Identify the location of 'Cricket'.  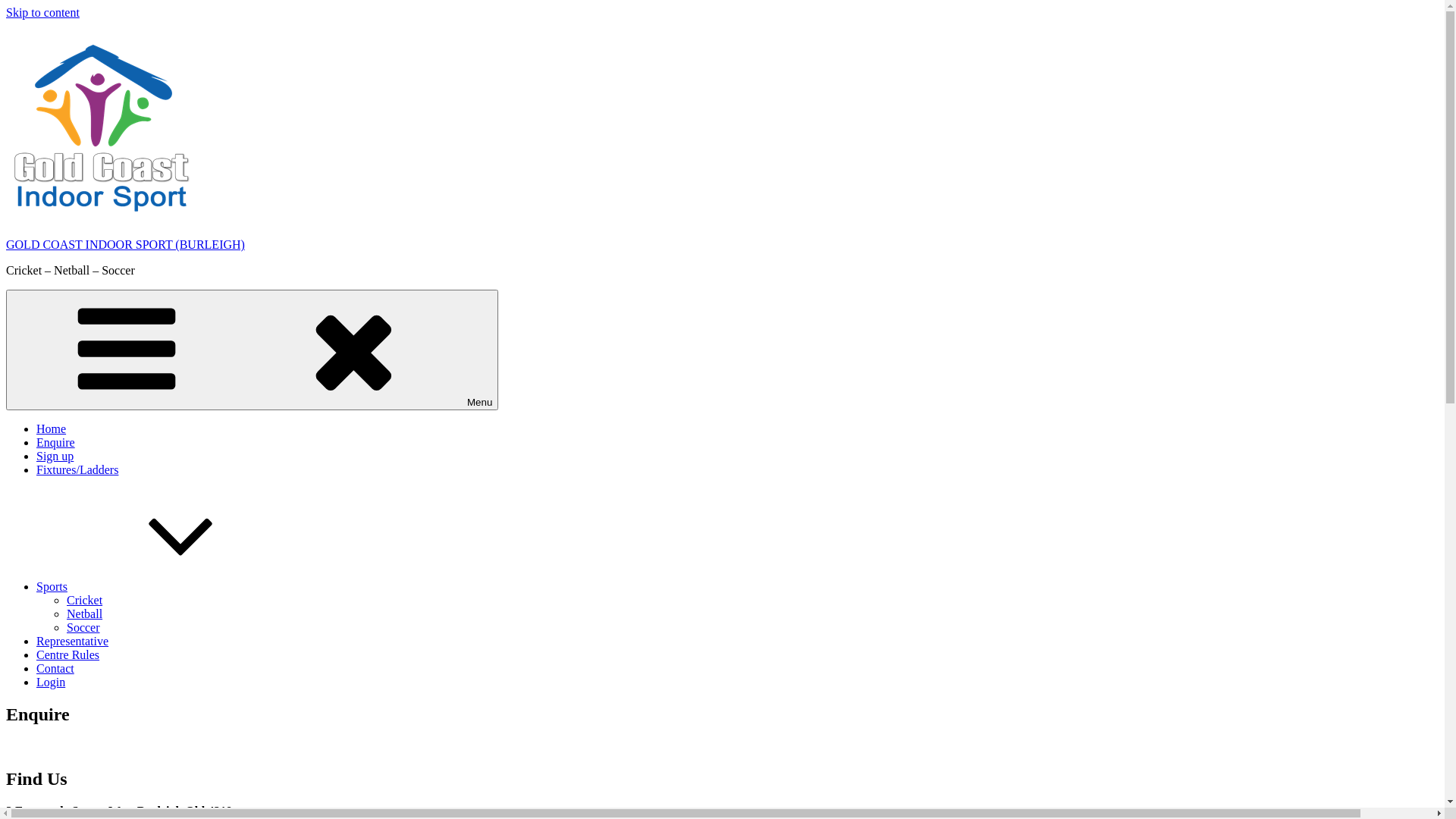
(83, 599).